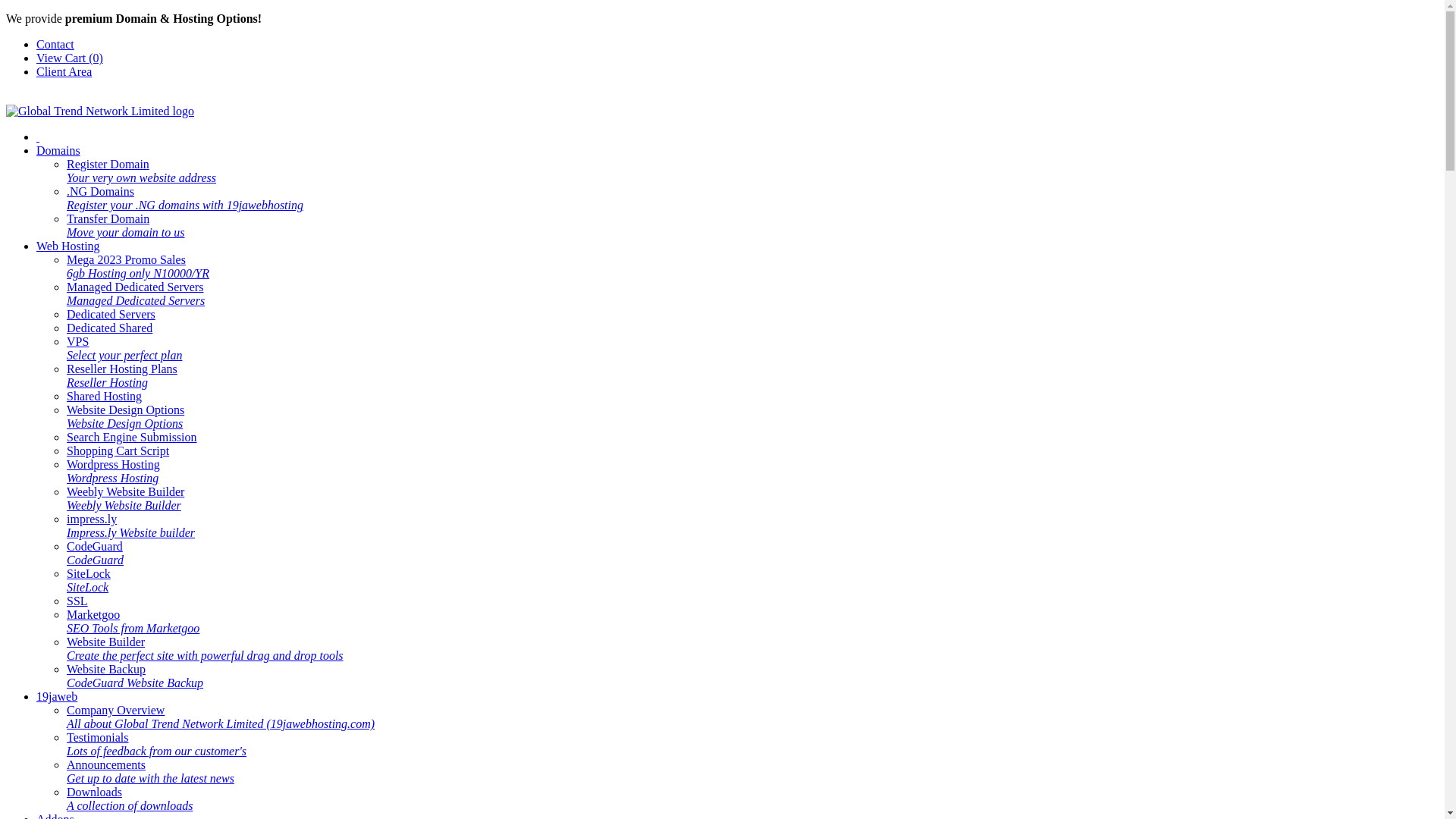  I want to click on 'Dedicated Servers', so click(110, 313).